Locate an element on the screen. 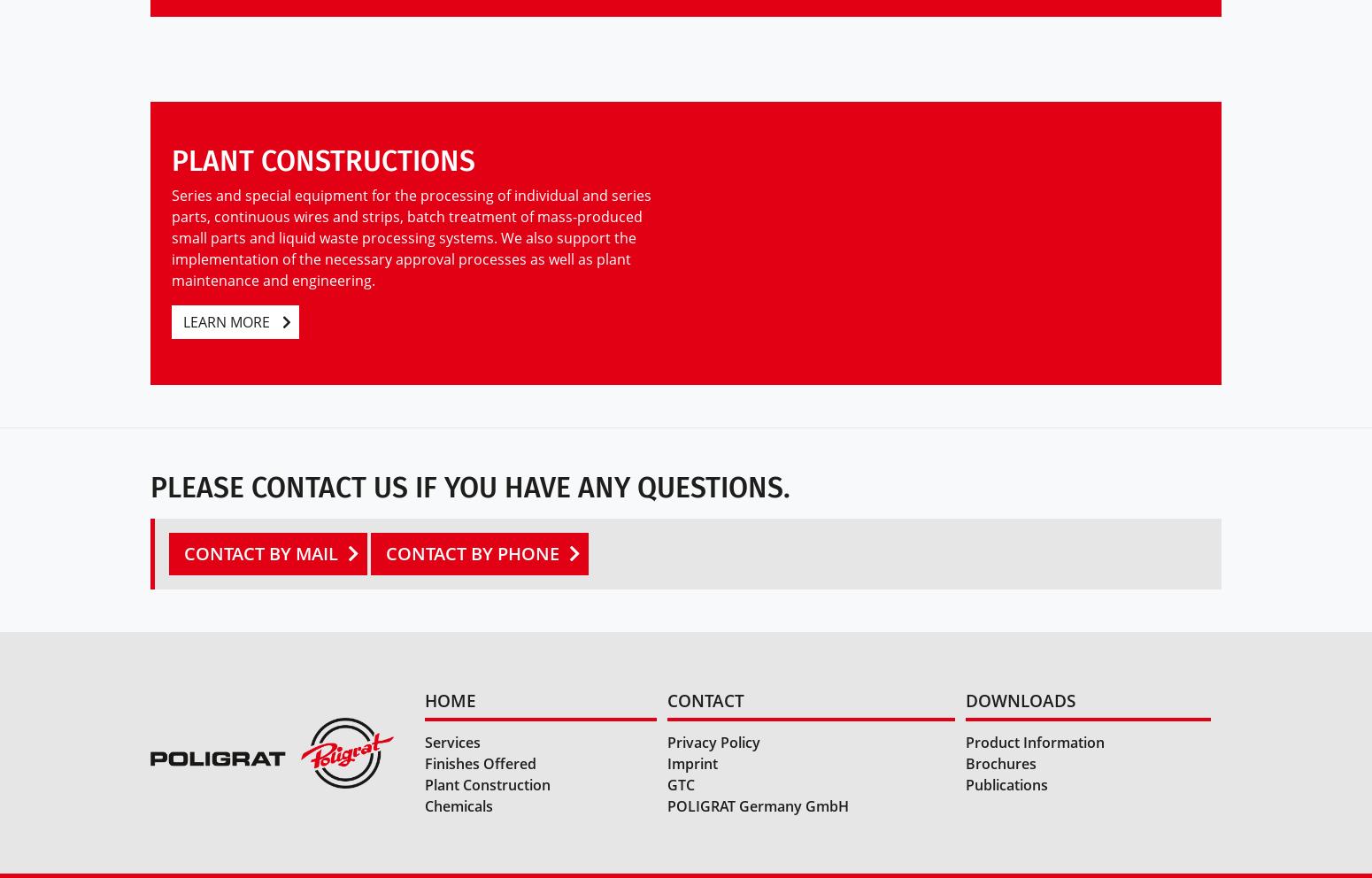  'Publications' is located at coordinates (1006, 785).